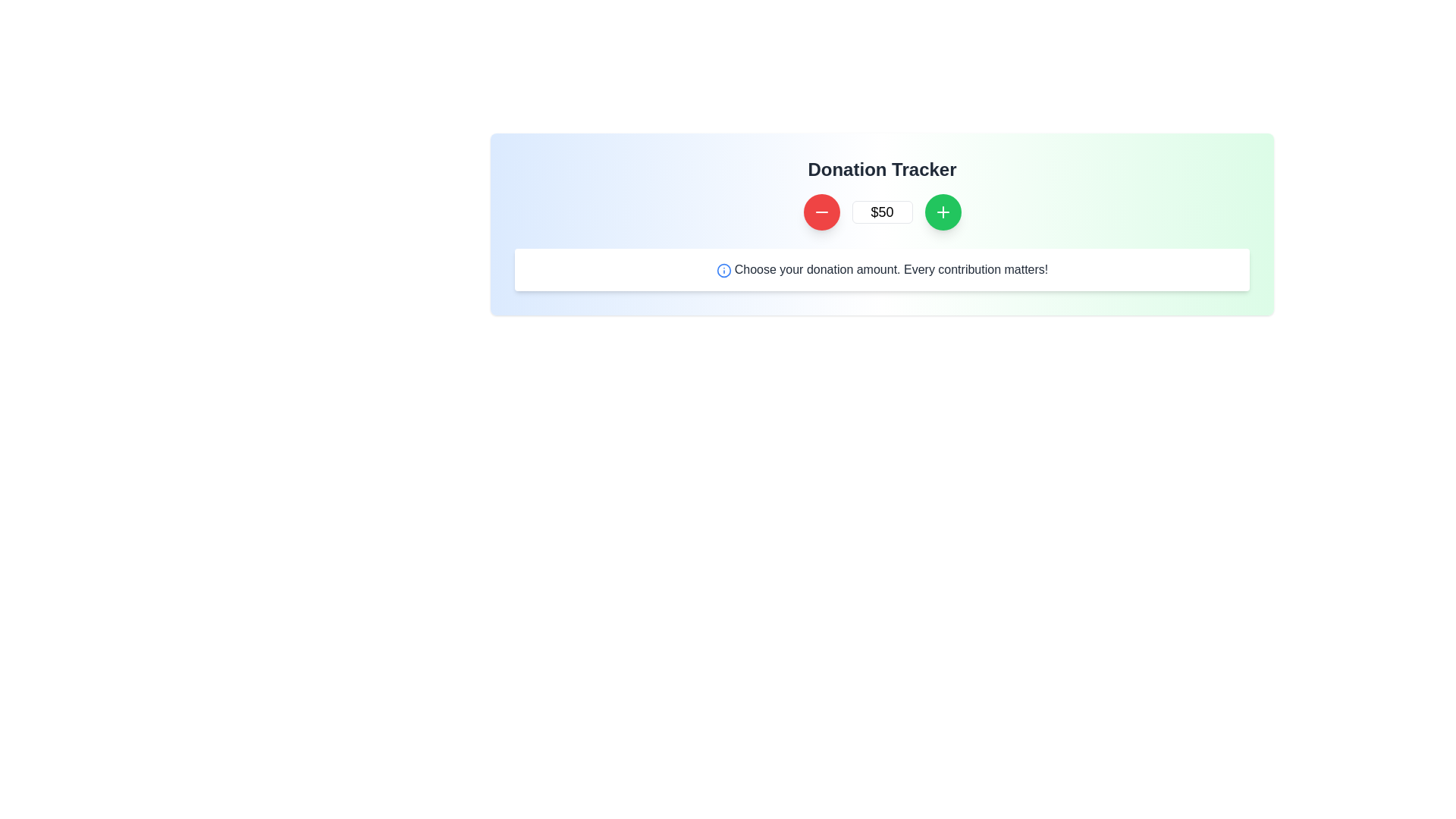 The image size is (1456, 819). I want to click on the small, circular, green button with a white plus sign, so click(942, 212).